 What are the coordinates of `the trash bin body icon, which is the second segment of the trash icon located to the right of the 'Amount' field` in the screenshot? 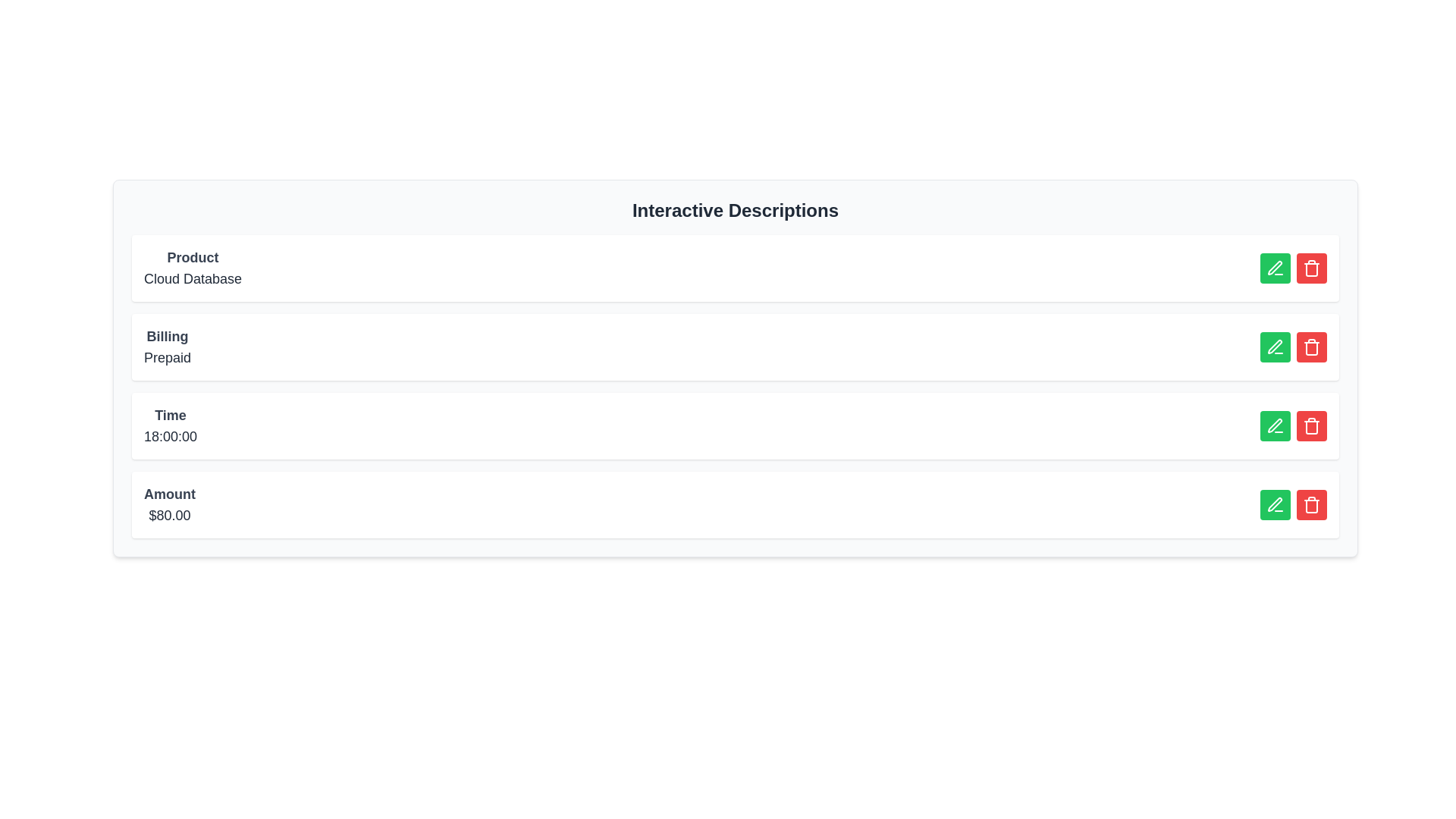 It's located at (1310, 506).